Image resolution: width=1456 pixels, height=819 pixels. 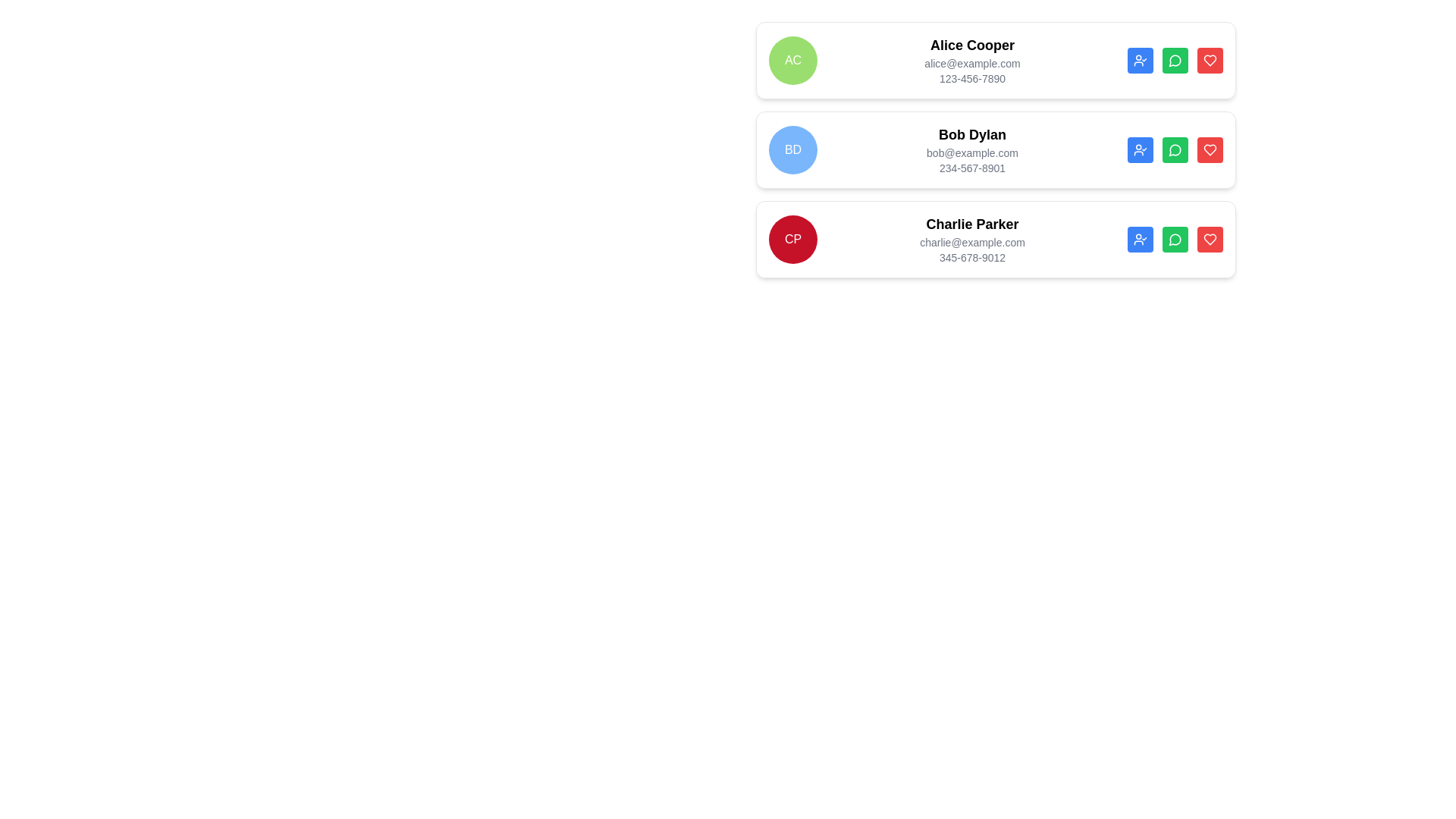 I want to click on the second button in the group of three buttons aligned horizontally at the top-right corner of the first list item, which resembles a speech bubble, so click(x=1175, y=60).